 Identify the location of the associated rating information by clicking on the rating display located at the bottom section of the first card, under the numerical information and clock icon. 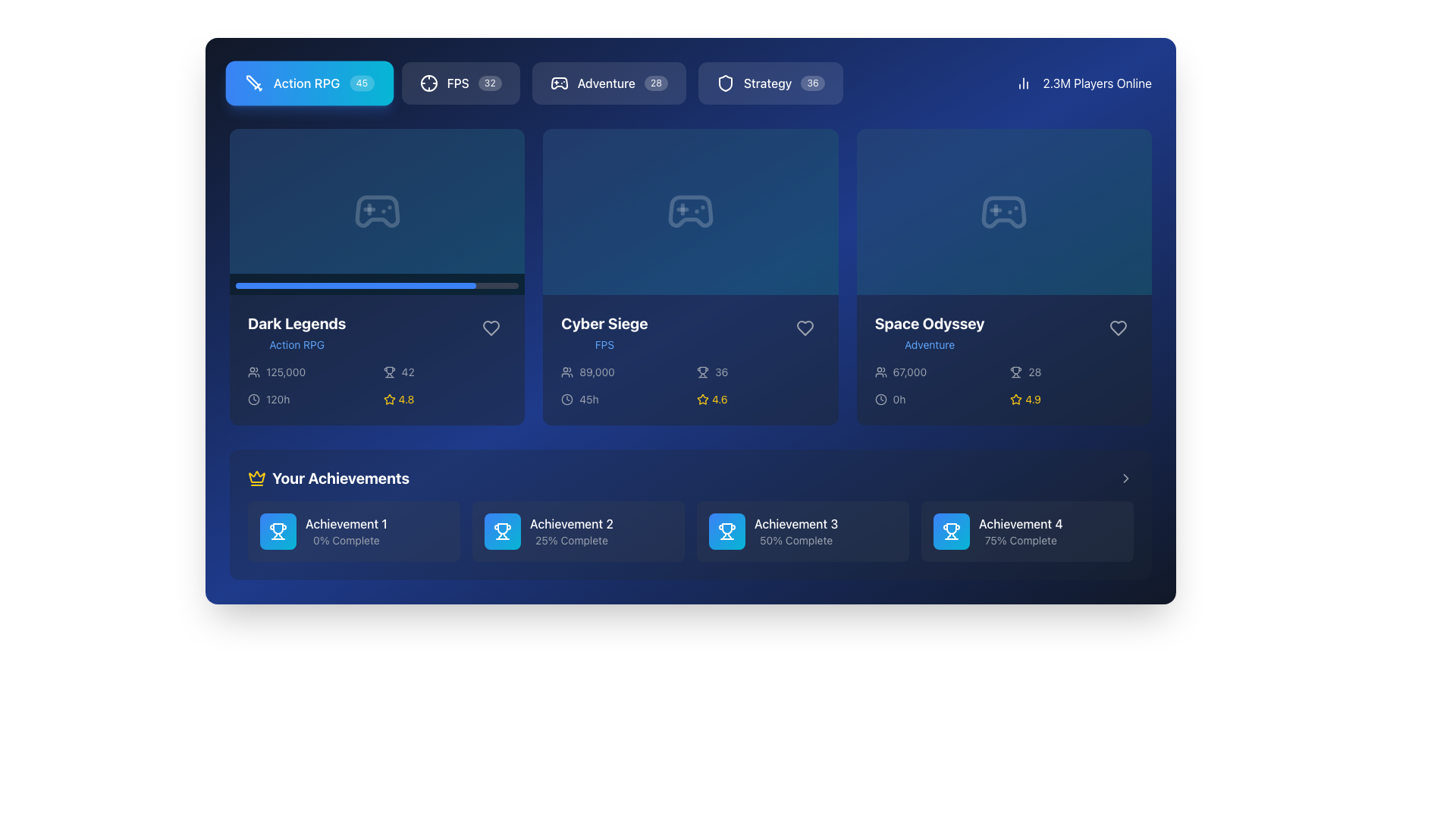
(444, 398).